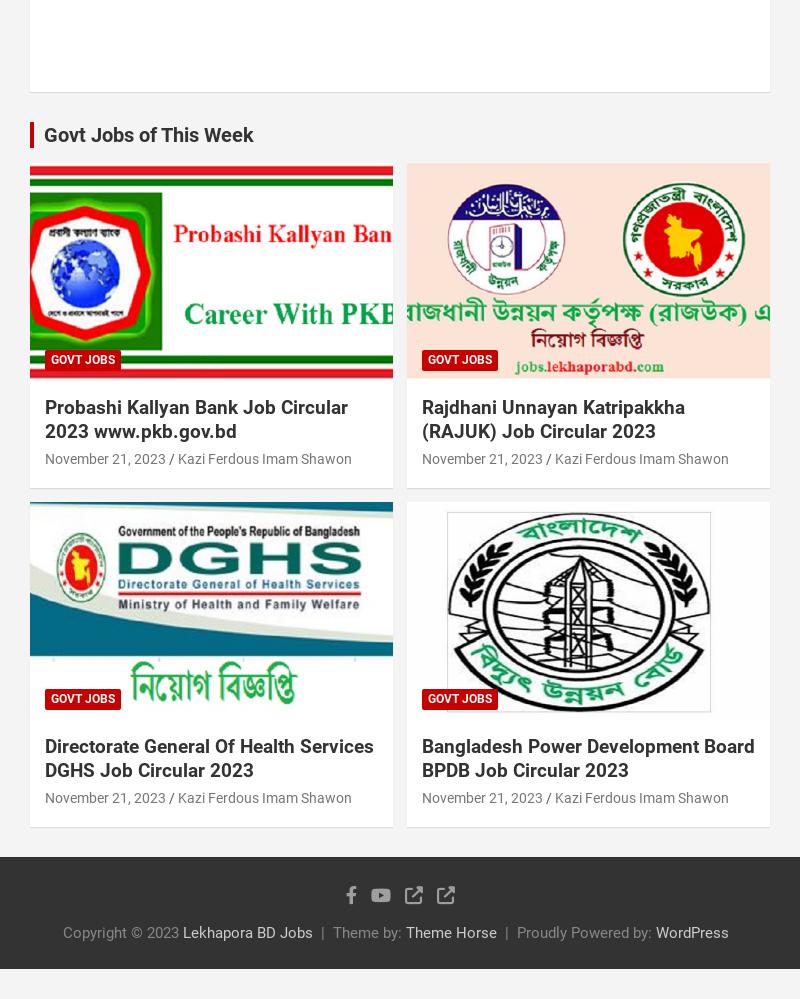 The width and height of the screenshot is (800, 999). I want to click on 'Probashi Kallyan Bank Job Circular 2023 www.pkb.gov.bd', so click(195, 417).